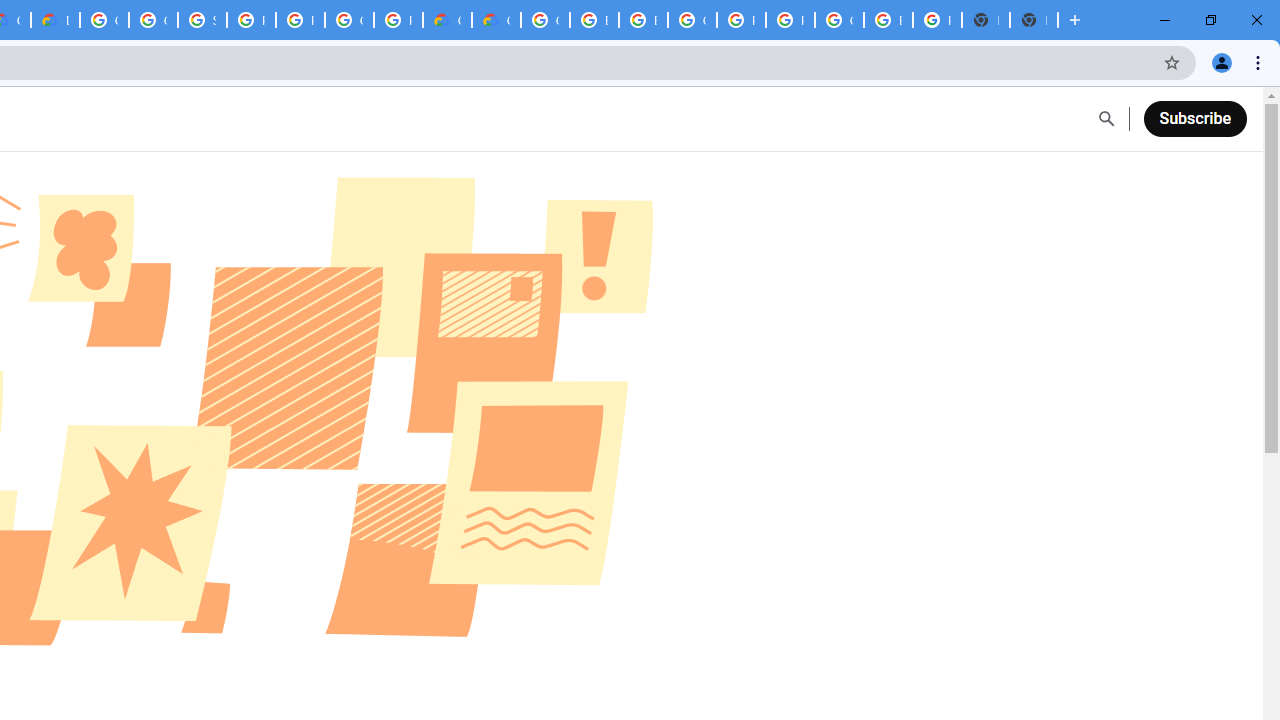 Image resolution: width=1280 pixels, height=720 pixels. What do you see at coordinates (496, 20) in the screenshot?
I see `'Google Cloud Estimate Summary'` at bounding box center [496, 20].